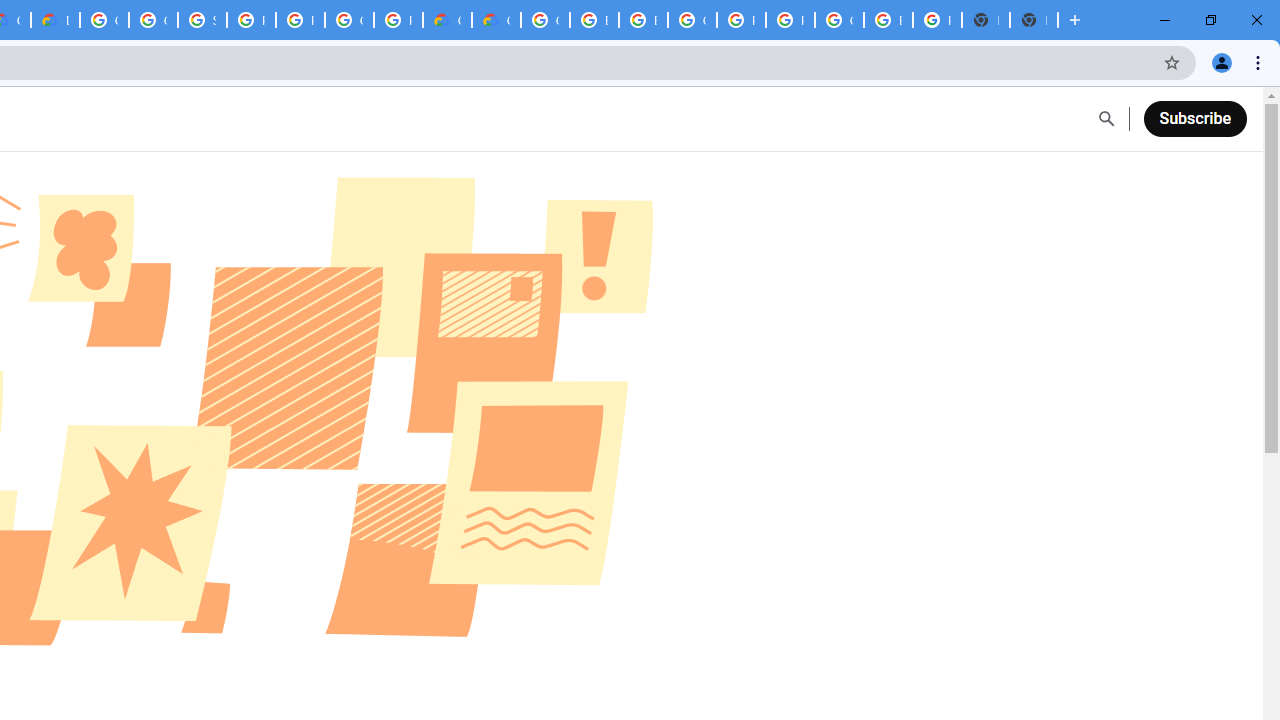 Image resolution: width=1280 pixels, height=720 pixels. What do you see at coordinates (496, 20) in the screenshot?
I see `'Google Cloud Estimate Summary'` at bounding box center [496, 20].